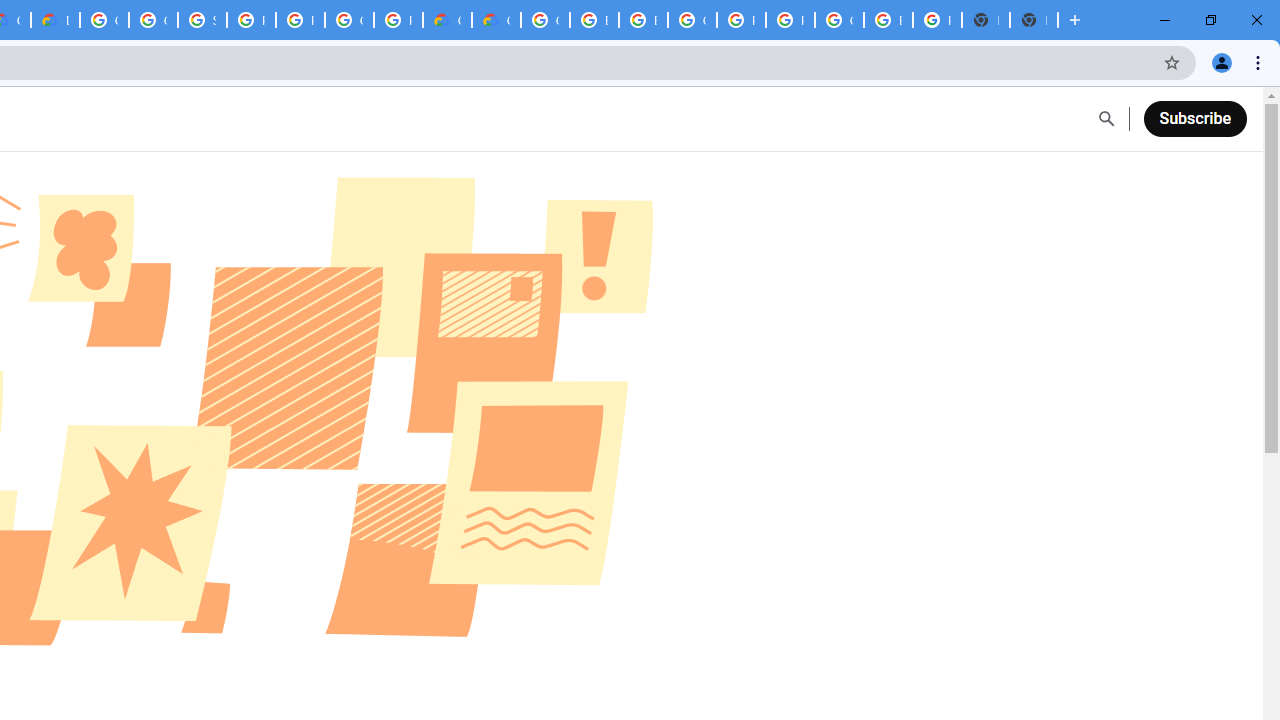 Image resolution: width=1280 pixels, height=720 pixels. What do you see at coordinates (496, 20) in the screenshot?
I see `'Google Cloud Estimate Summary'` at bounding box center [496, 20].